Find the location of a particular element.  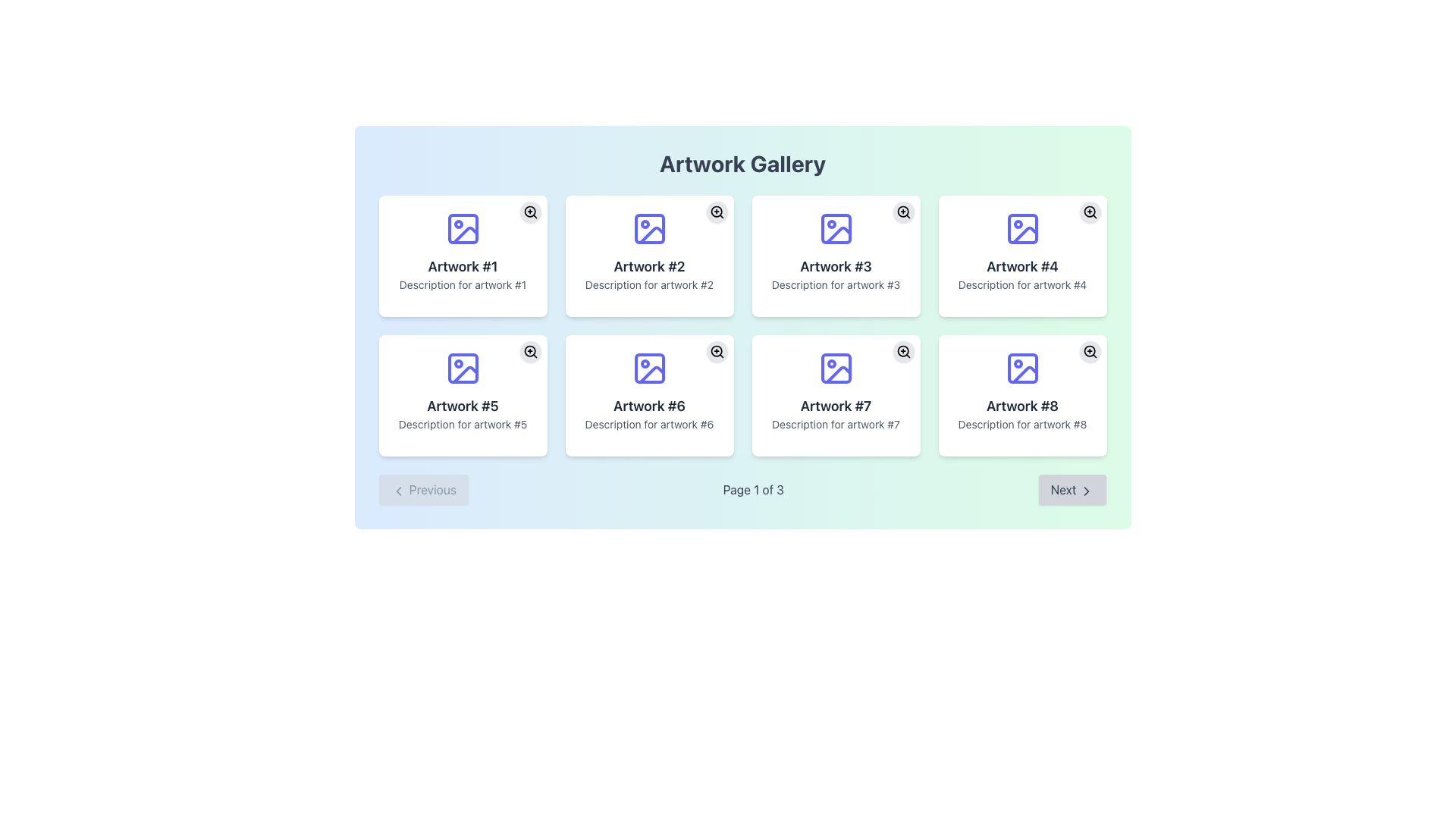

the artwork details card located in the second row and second column of the grid layout is located at coordinates (649, 394).